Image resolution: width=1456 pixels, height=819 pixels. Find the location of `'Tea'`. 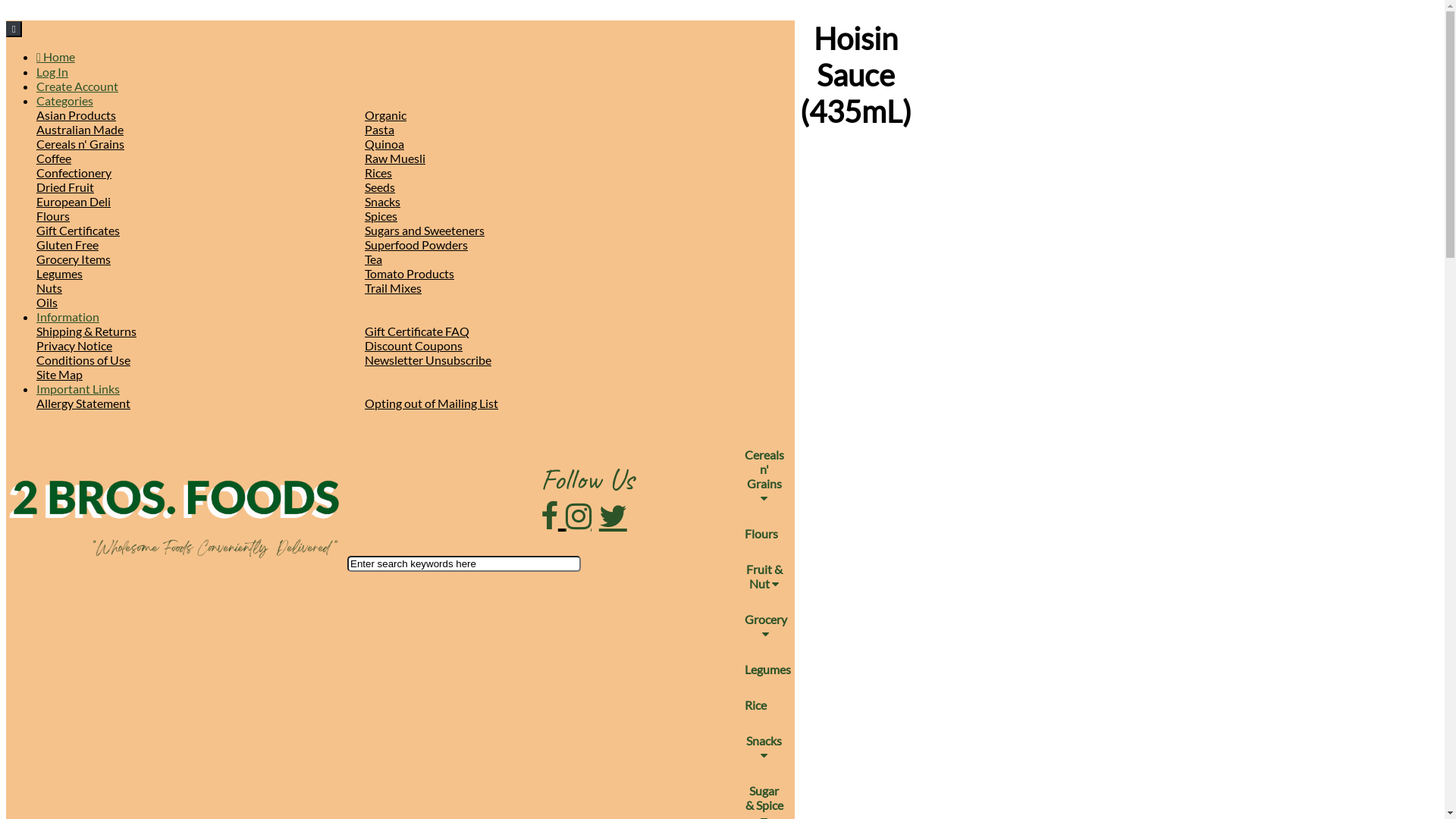

'Tea' is located at coordinates (373, 258).